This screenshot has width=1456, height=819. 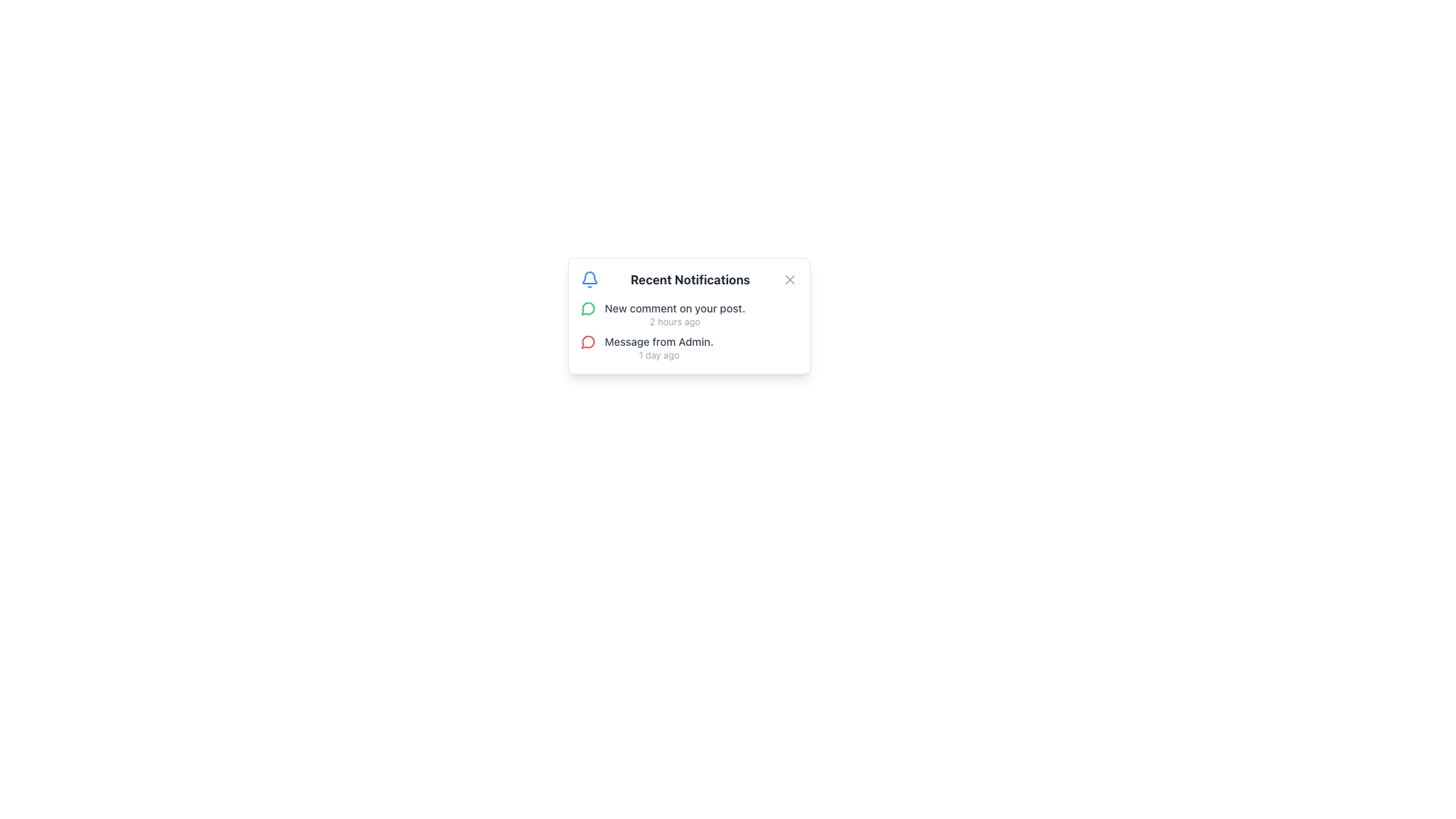 I want to click on text notification that says 'New comment on your post.' positioned at the top-left section of the notification panel, so click(x=674, y=308).